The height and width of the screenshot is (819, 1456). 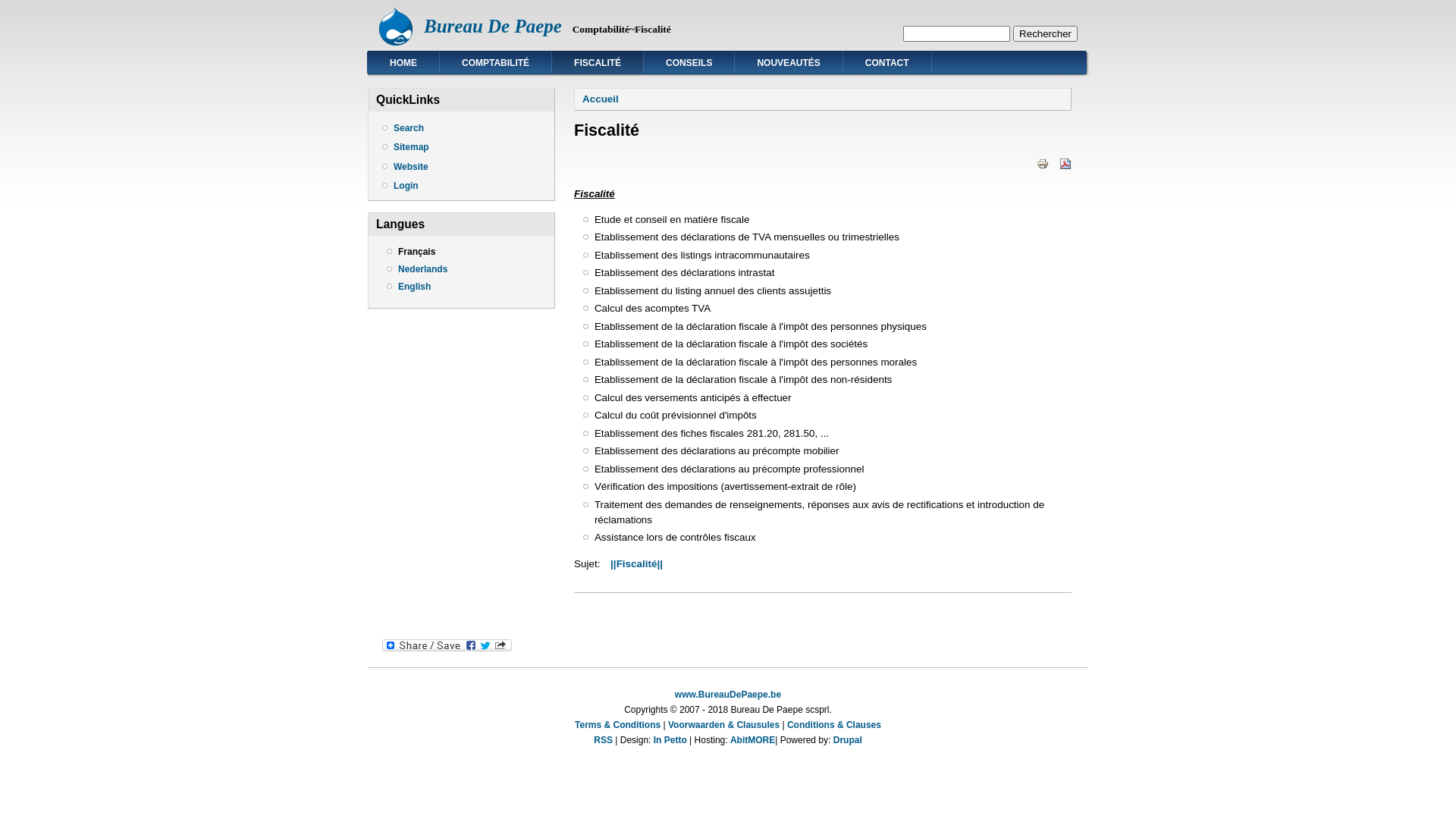 I want to click on 'CONTACT', so click(x=843, y=61).